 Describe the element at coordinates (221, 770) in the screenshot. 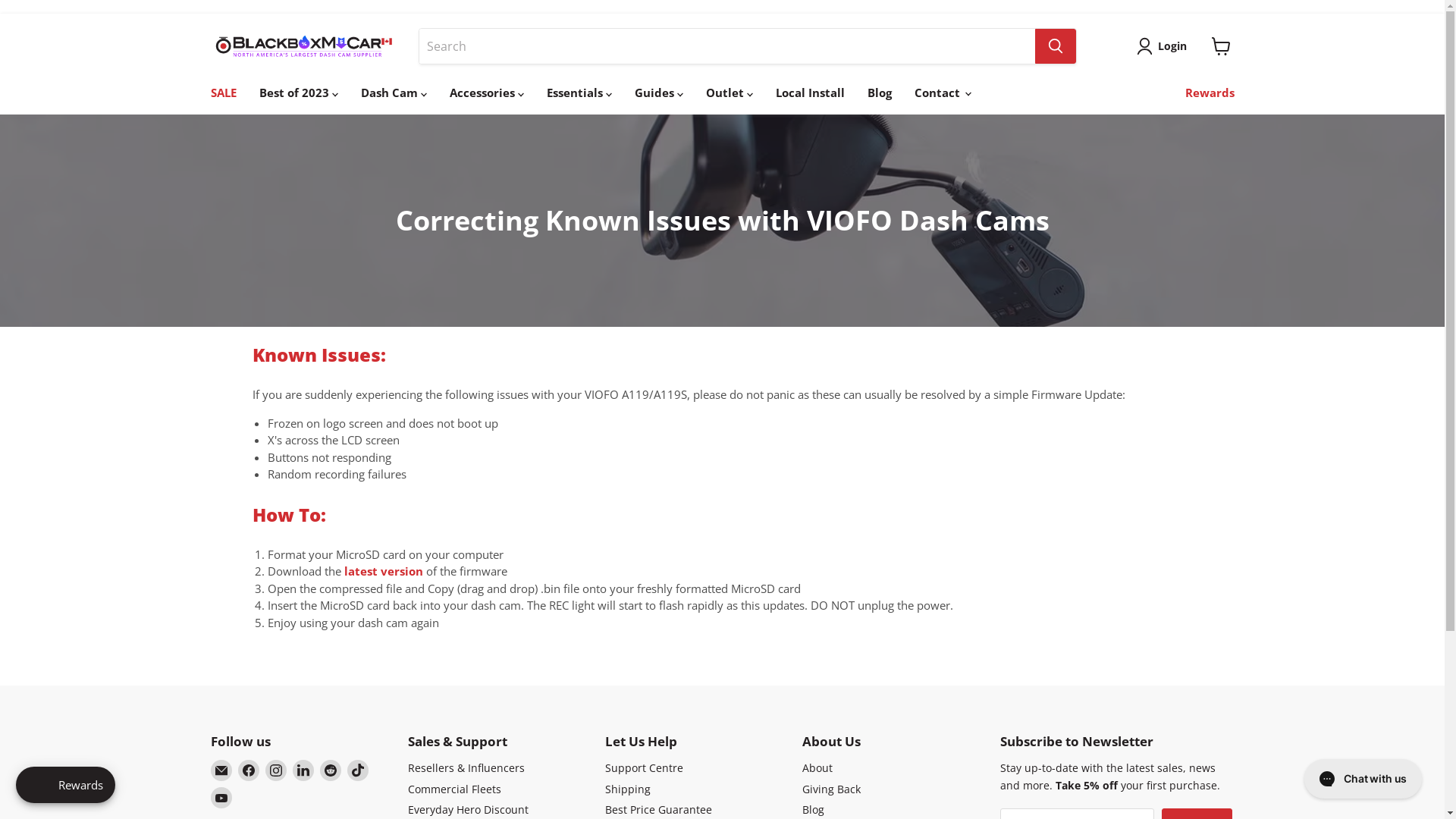

I see `'Email BlackboxMyCar Canada'` at that location.